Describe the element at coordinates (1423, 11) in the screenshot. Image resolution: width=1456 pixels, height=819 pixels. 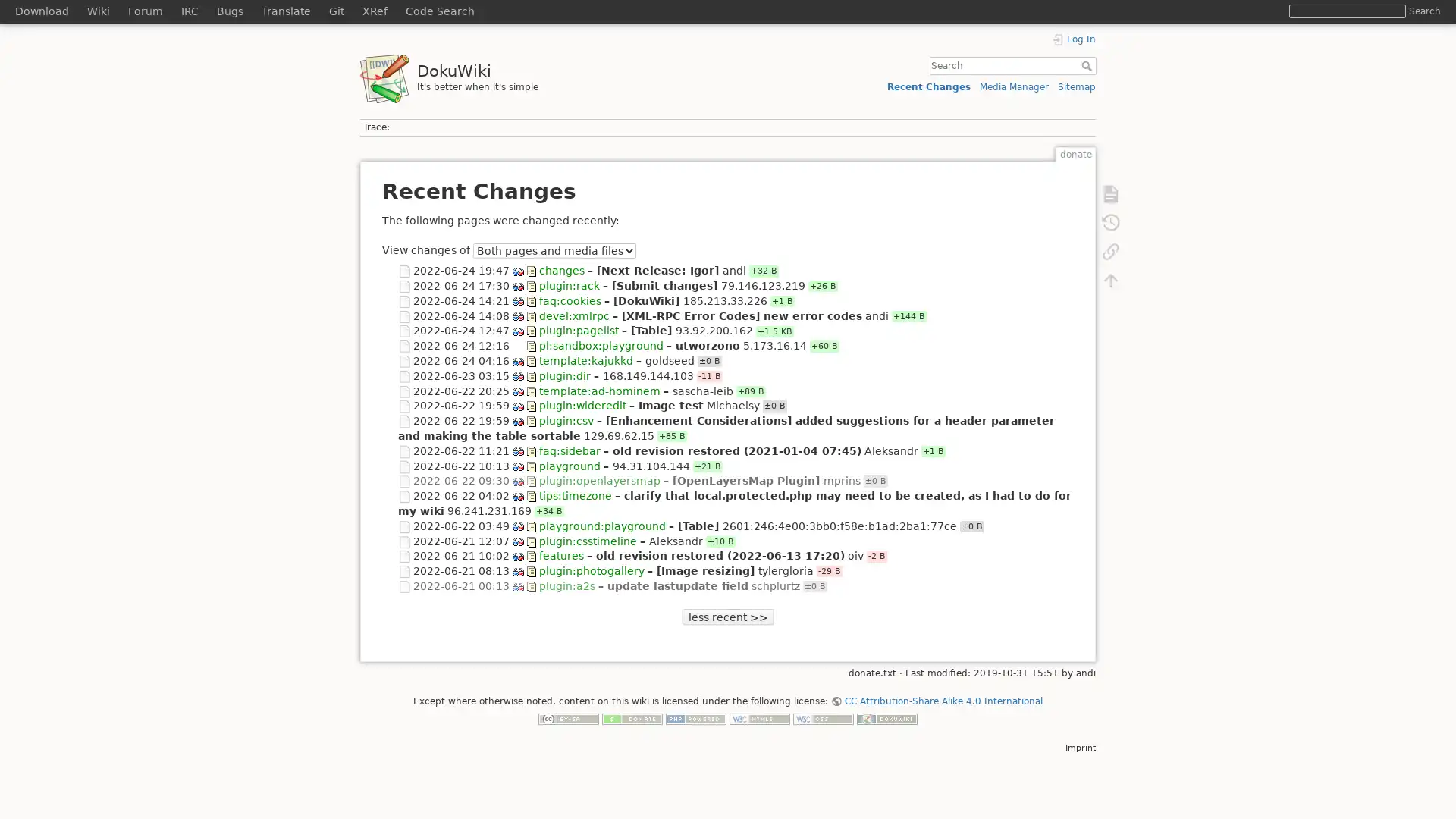
I see `Search` at that location.